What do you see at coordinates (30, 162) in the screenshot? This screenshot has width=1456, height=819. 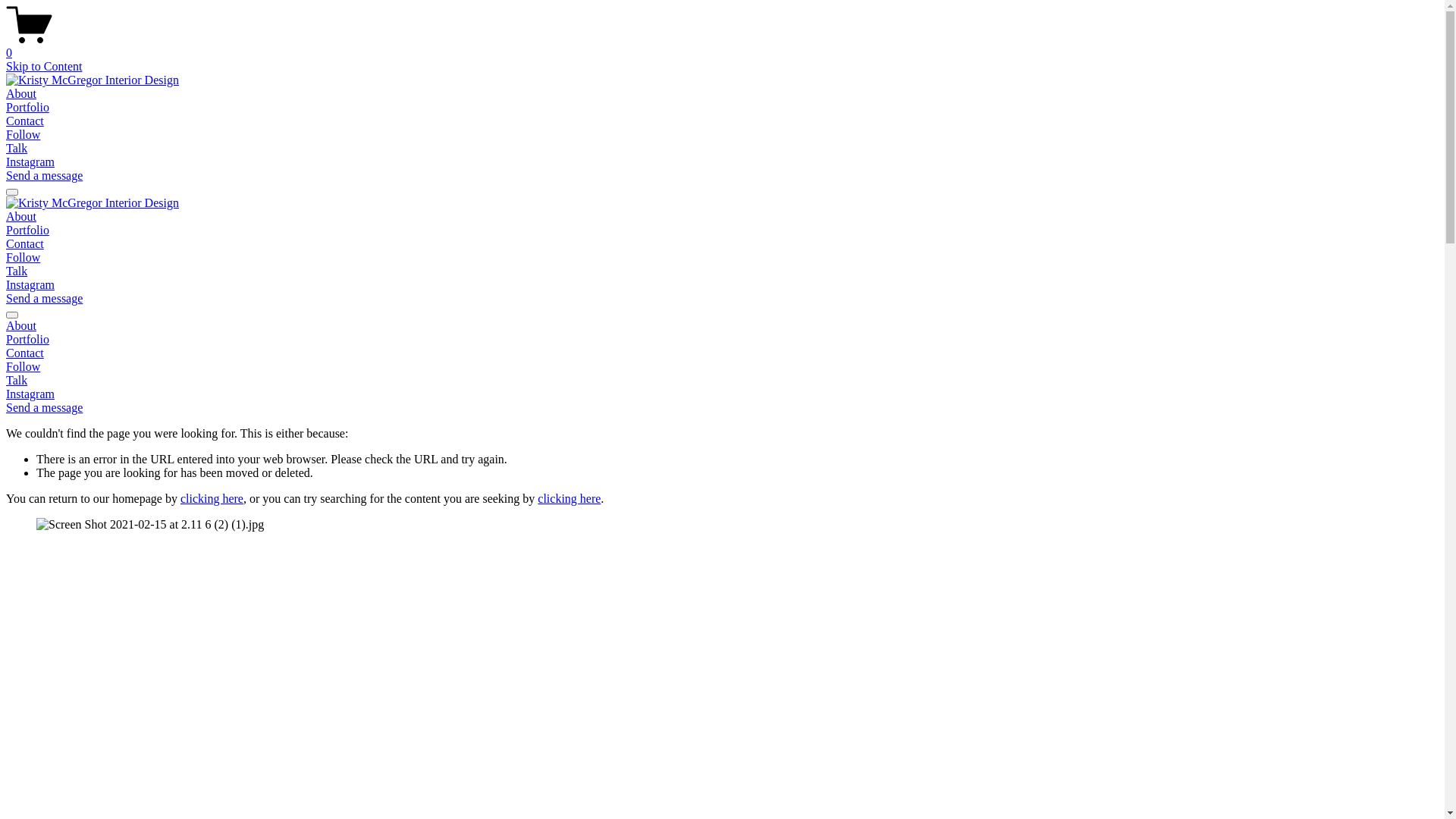 I see `'Instagram'` at bounding box center [30, 162].